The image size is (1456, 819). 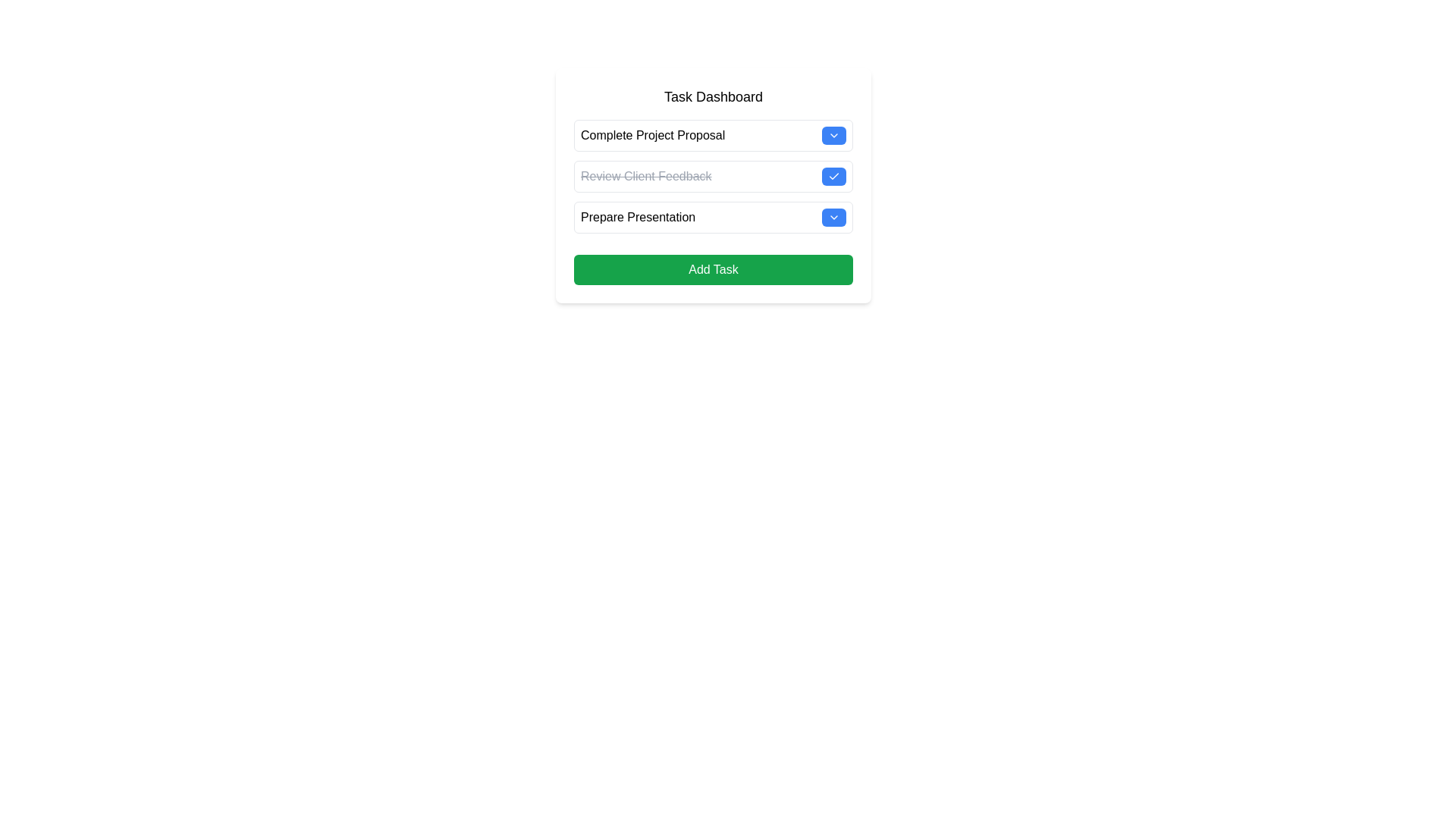 What do you see at coordinates (712, 268) in the screenshot?
I see `the green 'Add Task' button located at the bottom of the 'Task Dashboard' group to invoke its action` at bounding box center [712, 268].